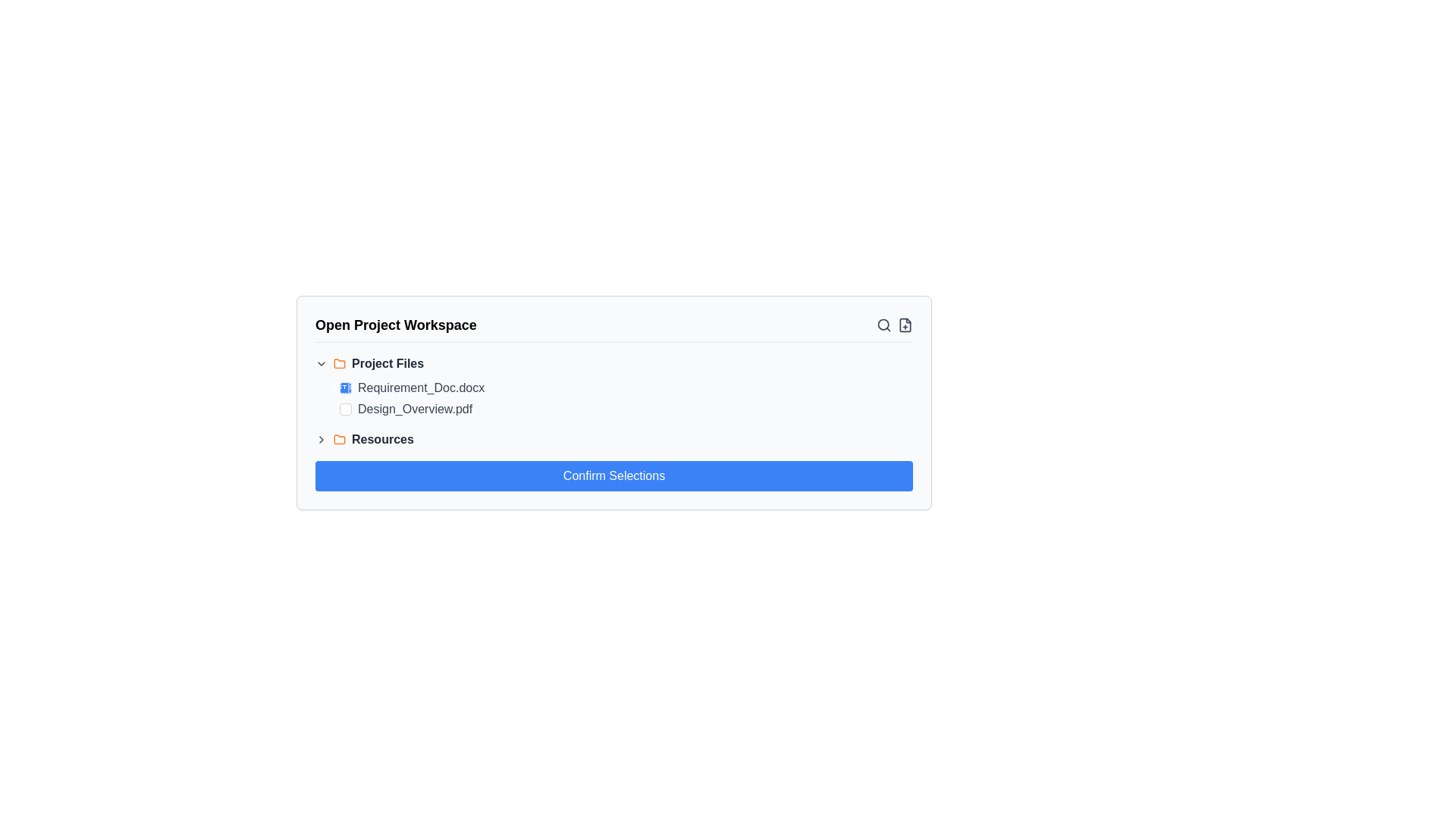 Image resolution: width=1456 pixels, height=819 pixels. What do you see at coordinates (345, 409) in the screenshot?
I see `the checkbox located to the left of the filename 'Design_Overview.pdf' in the second item of the 'Project Files' section` at bounding box center [345, 409].